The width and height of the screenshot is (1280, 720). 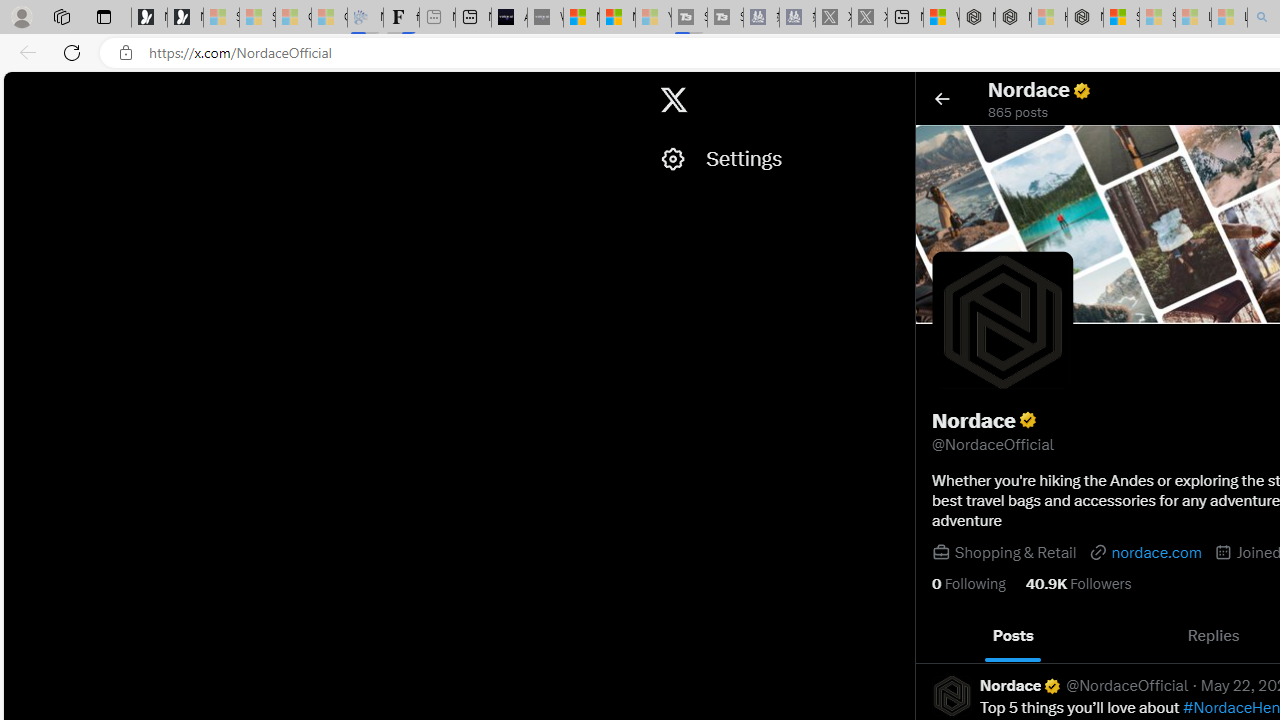 What do you see at coordinates (616, 17) in the screenshot?
I see `'Microsoft Start'` at bounding box center [616, 17].